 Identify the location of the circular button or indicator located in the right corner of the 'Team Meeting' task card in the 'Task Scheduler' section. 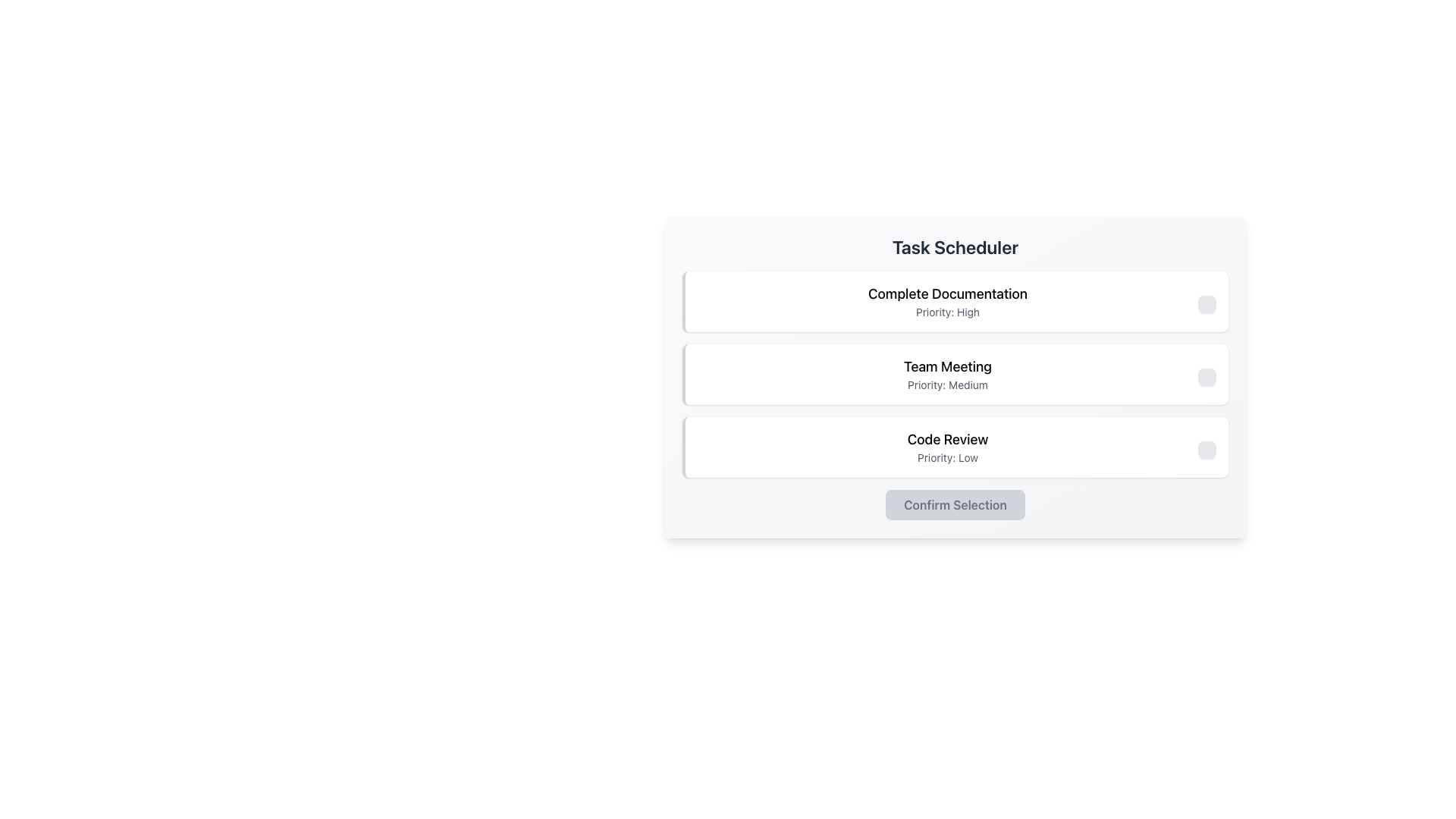
(1207, 376).